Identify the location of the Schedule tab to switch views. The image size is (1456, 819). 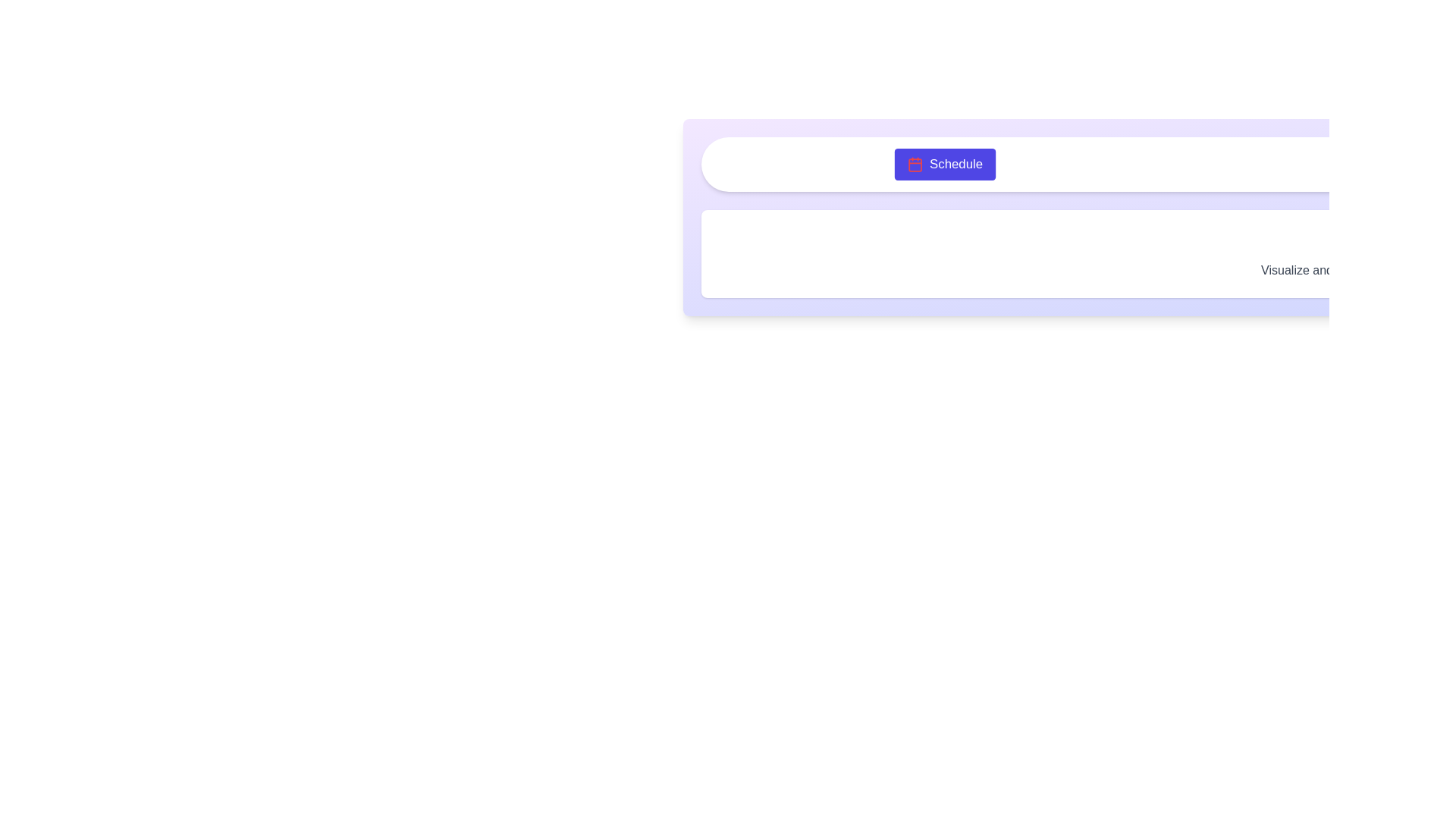
(943, 164).